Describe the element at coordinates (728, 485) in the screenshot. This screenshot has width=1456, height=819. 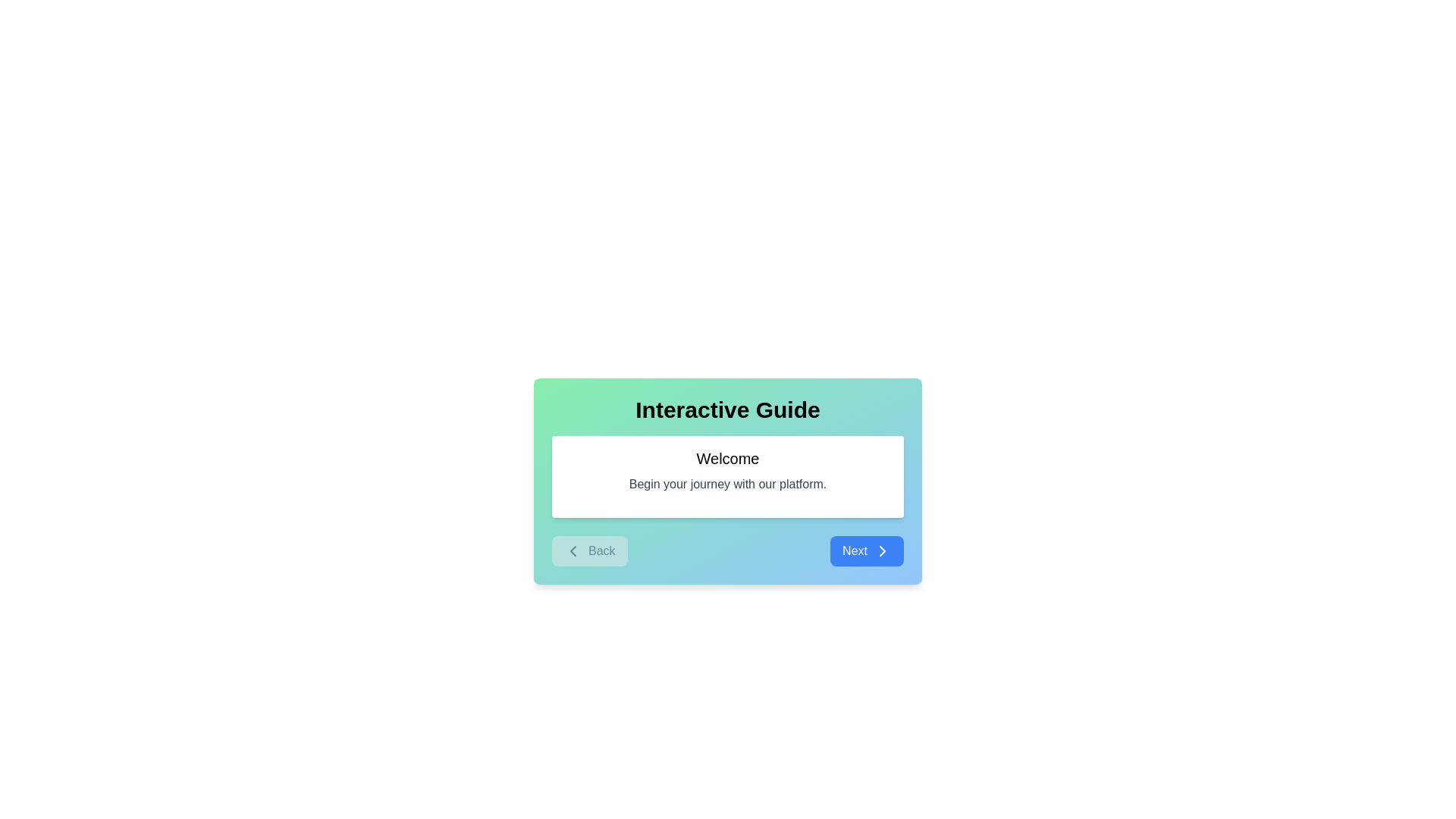
I see `the descriptive or motivational message text located directly below the 'Welcome' text within the white card-like structure` at that location.